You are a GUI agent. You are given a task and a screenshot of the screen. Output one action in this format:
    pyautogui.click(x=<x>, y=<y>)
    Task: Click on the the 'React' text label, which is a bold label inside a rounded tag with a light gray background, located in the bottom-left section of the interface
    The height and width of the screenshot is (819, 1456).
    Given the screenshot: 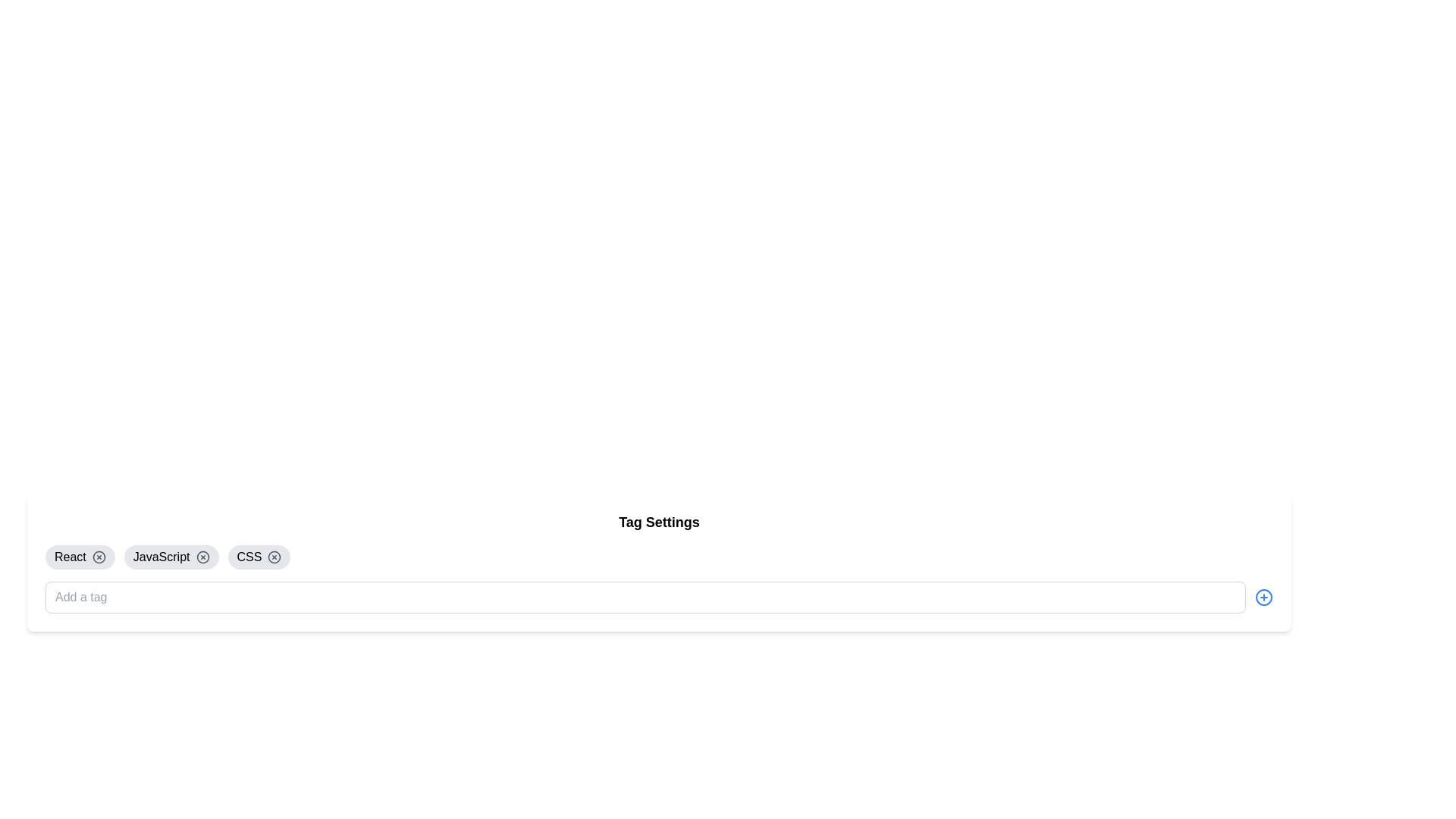 What is the action you would take?
    pyautogui.click(x=69, y=557)
    